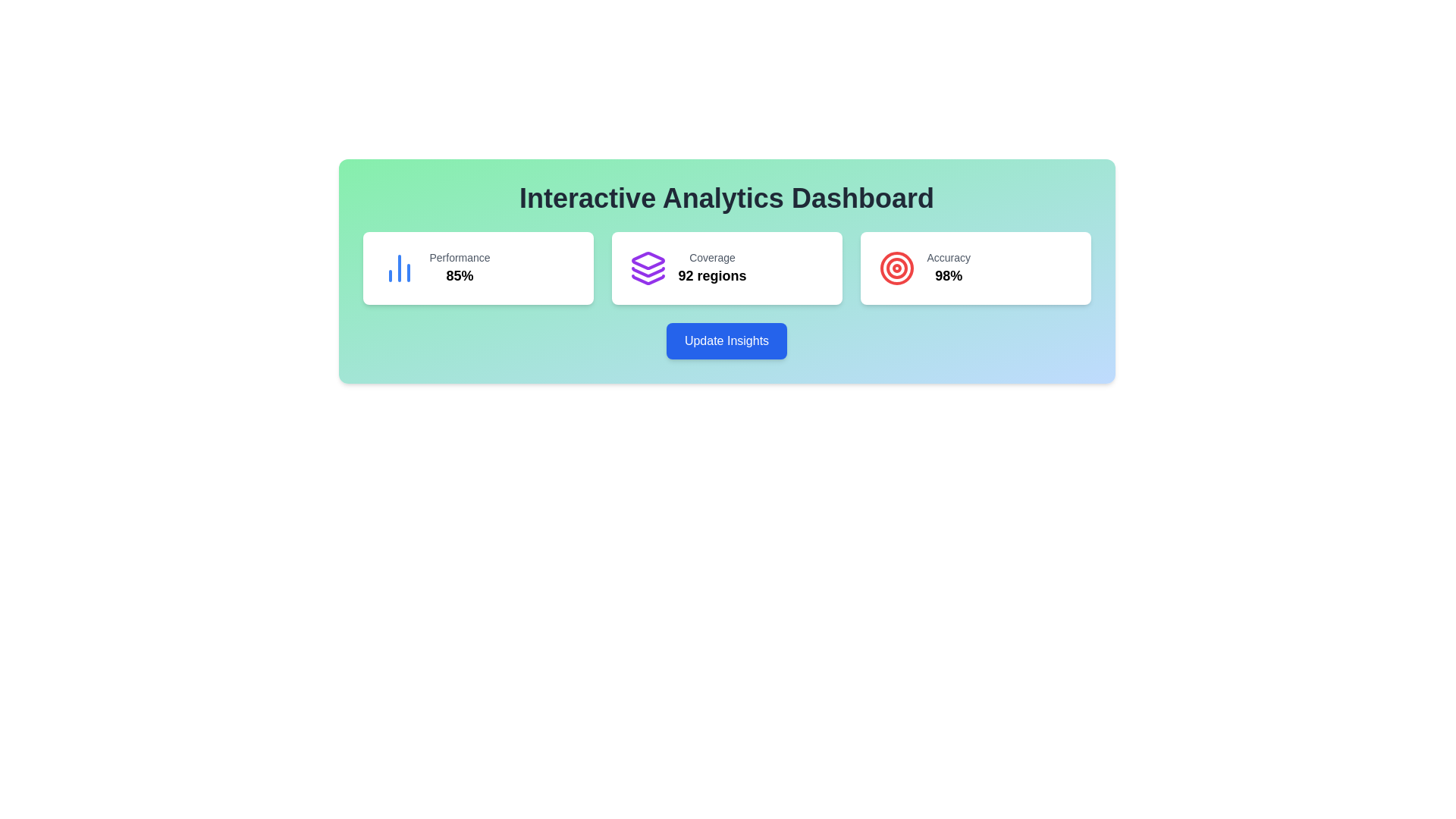 The height and width of the screenshot is (819, 1456). What do you see at coordinates (459, 268) in the screenshot?
I see `the text-based informational display showing a performance metric of 85%, located in the leftmost card under the 'Interactive Analytics Dashboard' section, centrally aligned below a blue chart icon` at bounding box center [459, 268].